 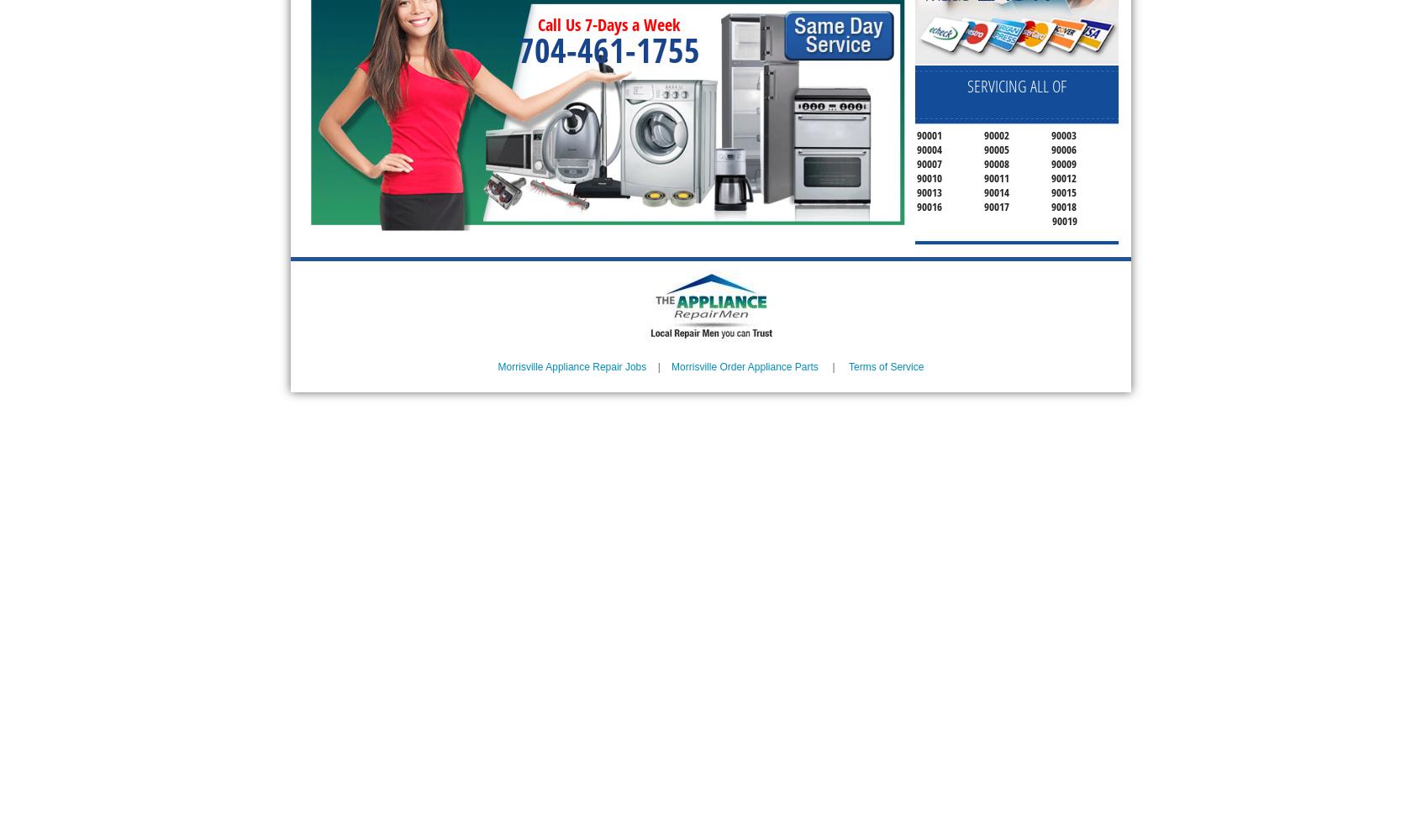 What do you see at coordinates (929, 205) in the screenshot?
I see `'90016'` at bounding box center [929, 205].